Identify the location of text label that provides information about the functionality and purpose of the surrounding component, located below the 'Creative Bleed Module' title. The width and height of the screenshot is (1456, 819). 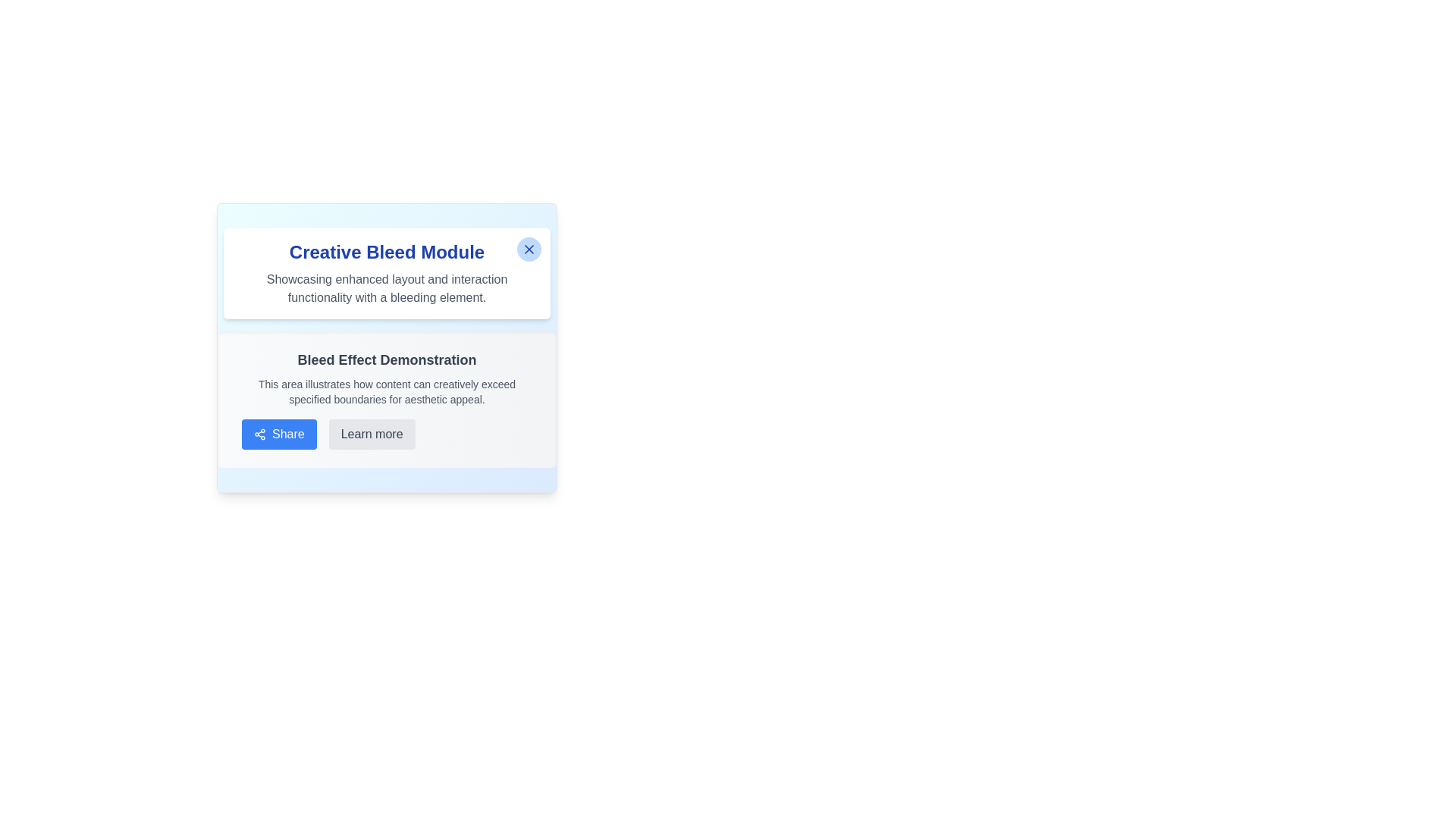
(387, 289).